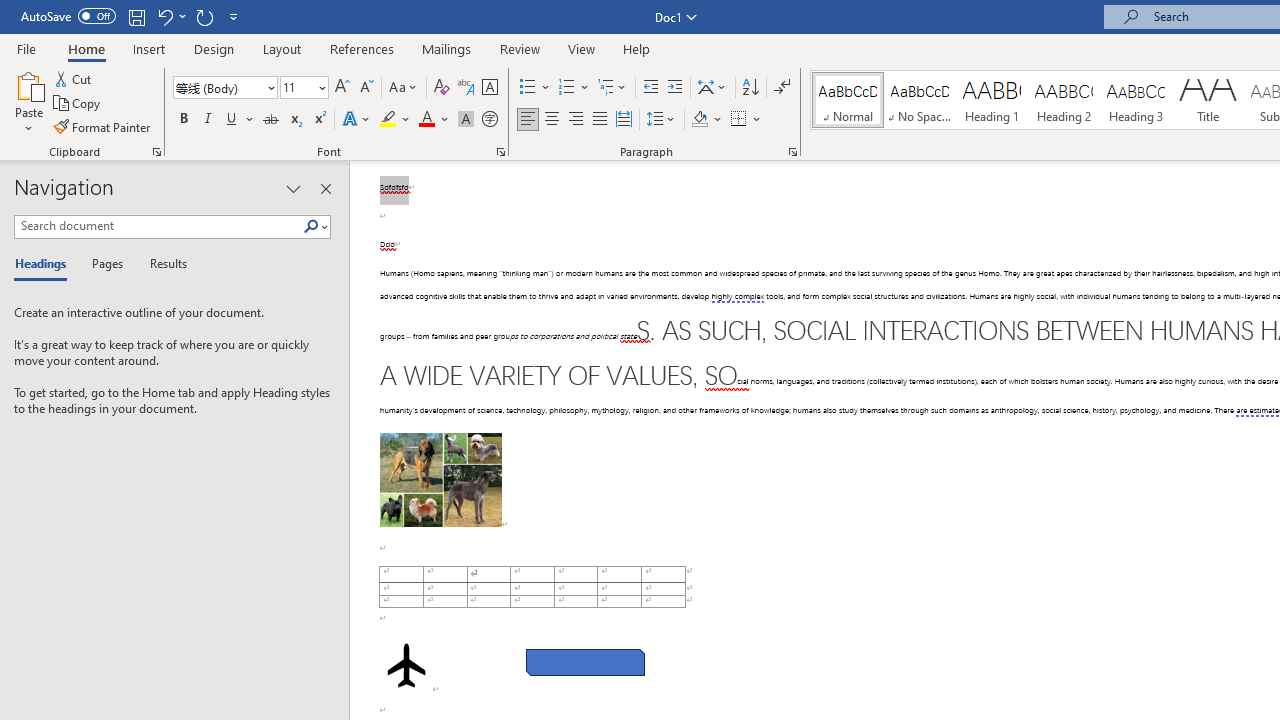 Image resolution: width=1280 pixels, height=720 pixels. I want to click on 'Borders', so click(738, 119).